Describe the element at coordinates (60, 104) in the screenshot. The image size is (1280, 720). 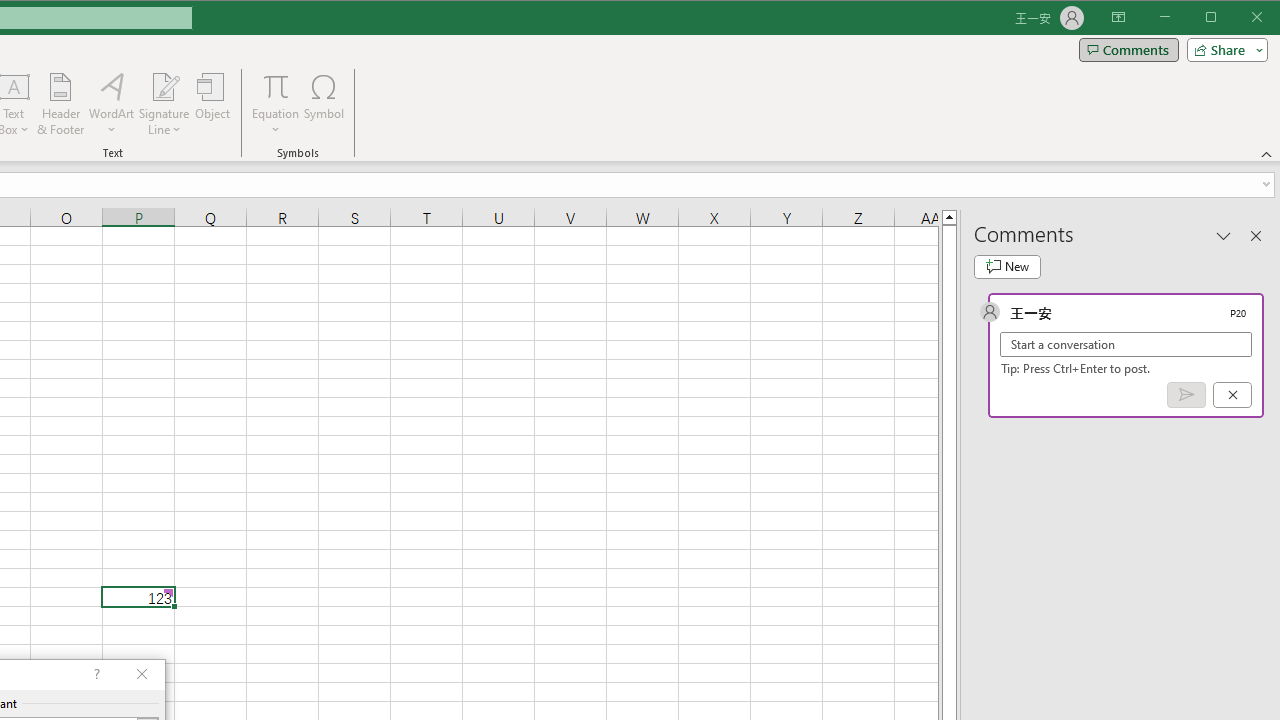
I see `'Header & Footer...'` at that location.